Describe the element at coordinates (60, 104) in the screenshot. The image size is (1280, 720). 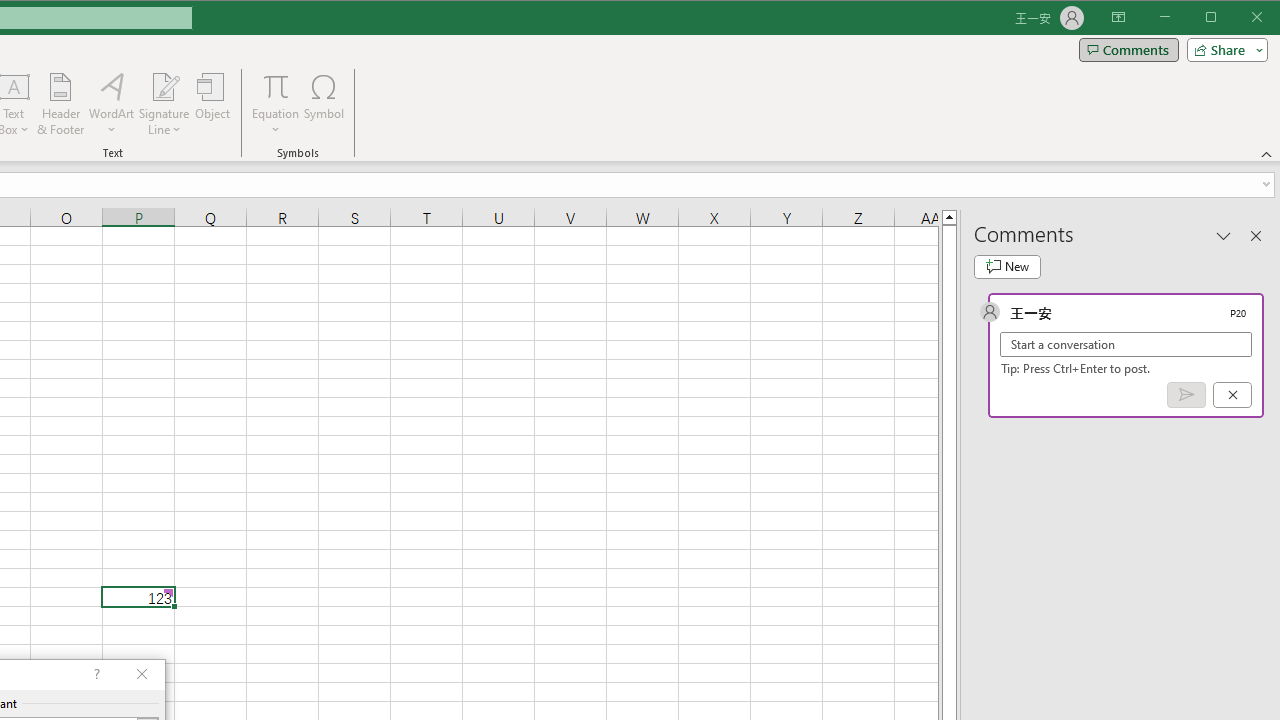
I see `'Header & Footer...'` at that location.